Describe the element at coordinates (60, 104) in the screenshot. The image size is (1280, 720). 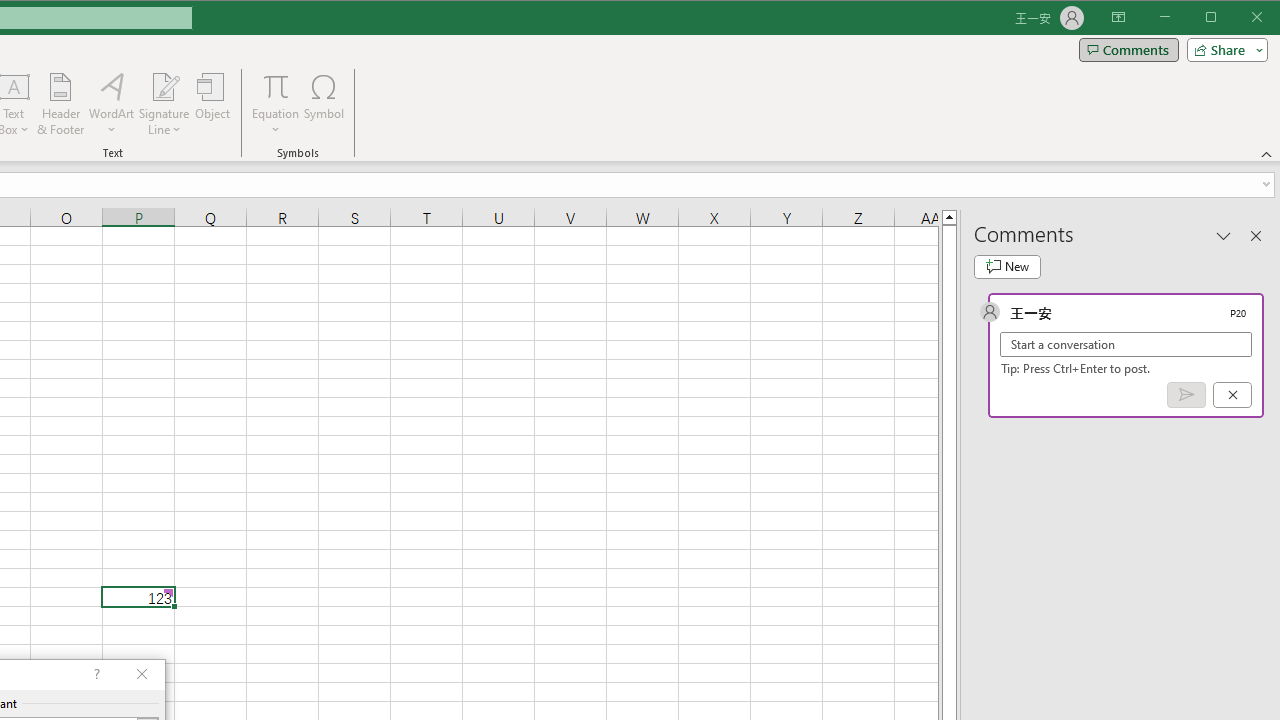
I see `'Header & Footer...'` at that location.